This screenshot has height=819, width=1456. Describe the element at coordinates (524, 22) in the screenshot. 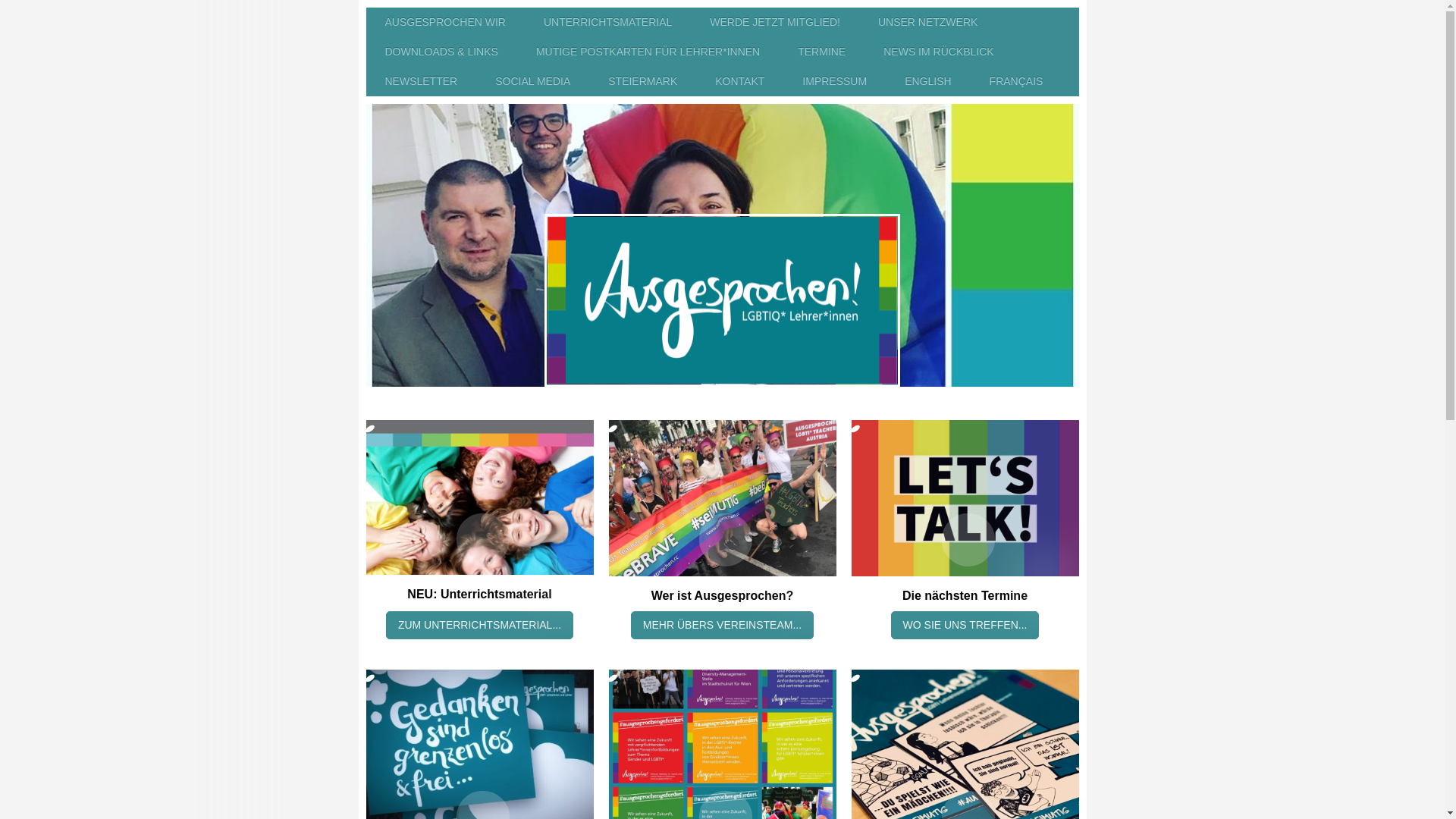

I see `'UNTERRICHTSMATERIAL'` at that location.